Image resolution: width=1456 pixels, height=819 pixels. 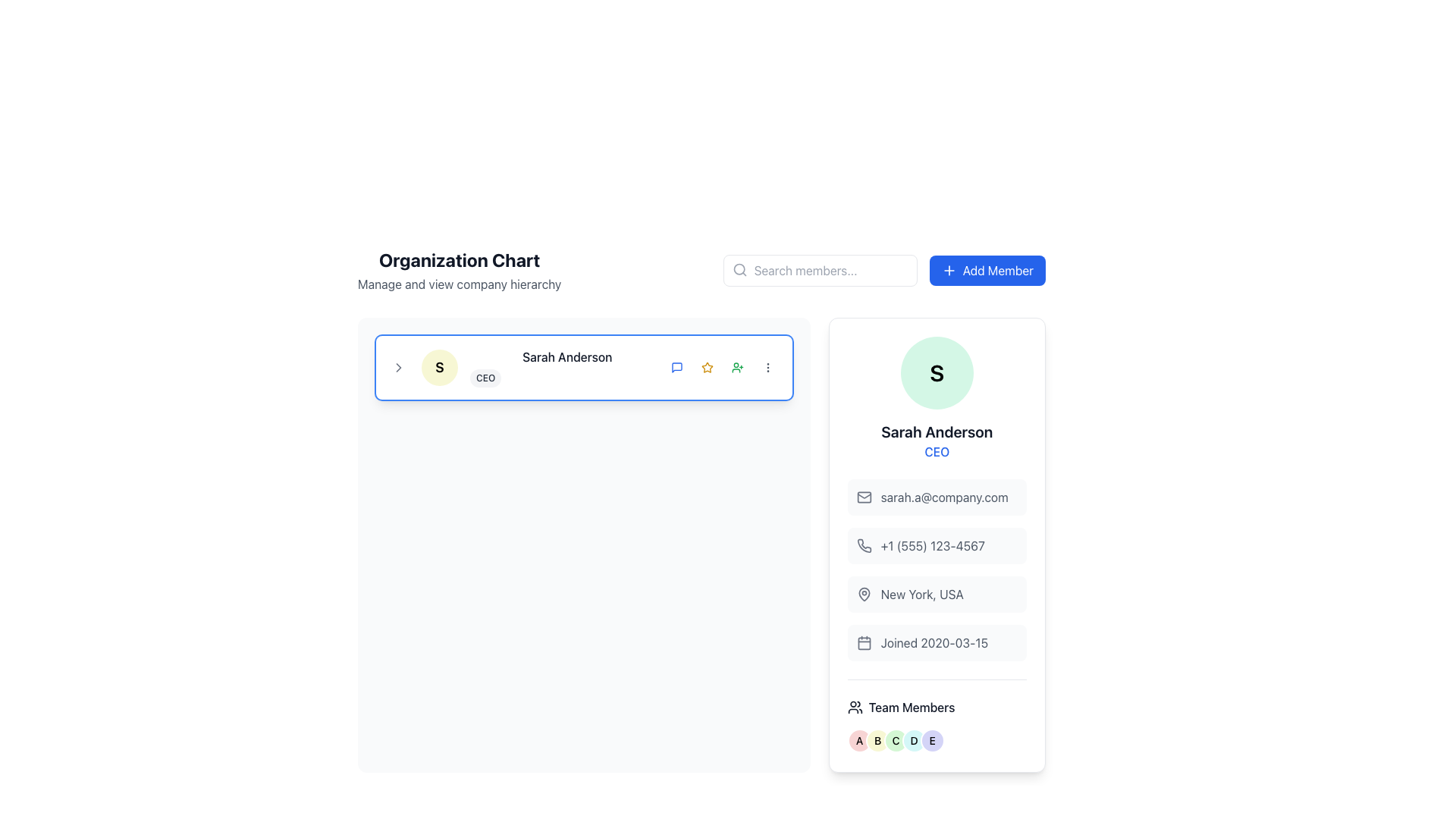 I want to click on the rightward-pointing arrow icon in the action icons grouping associated with 'Sarah Anderson', so click(x=399, y=368).